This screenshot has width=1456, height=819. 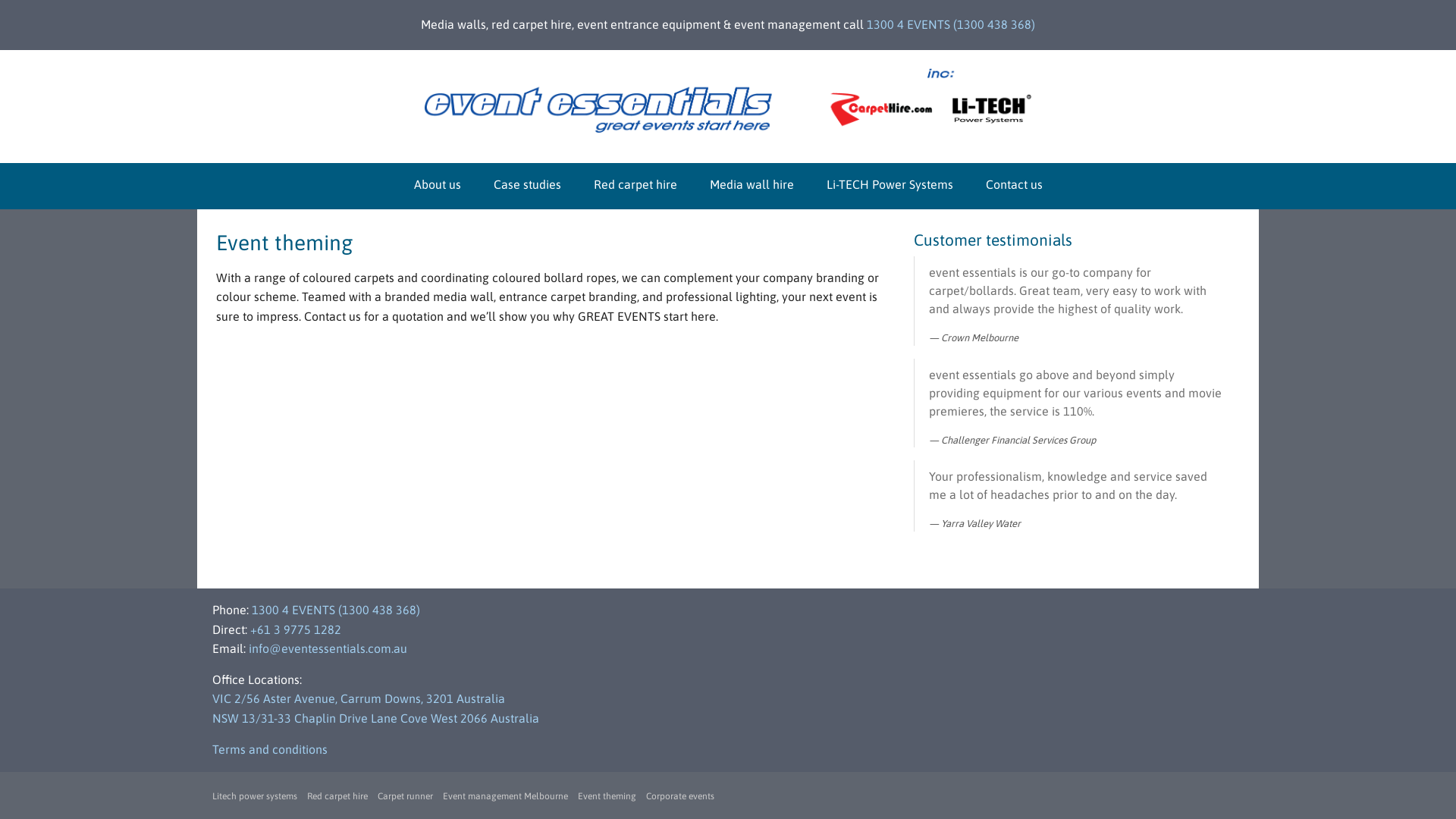 I want to click on 'Event management Melbourne', so click(x=442, y=795).